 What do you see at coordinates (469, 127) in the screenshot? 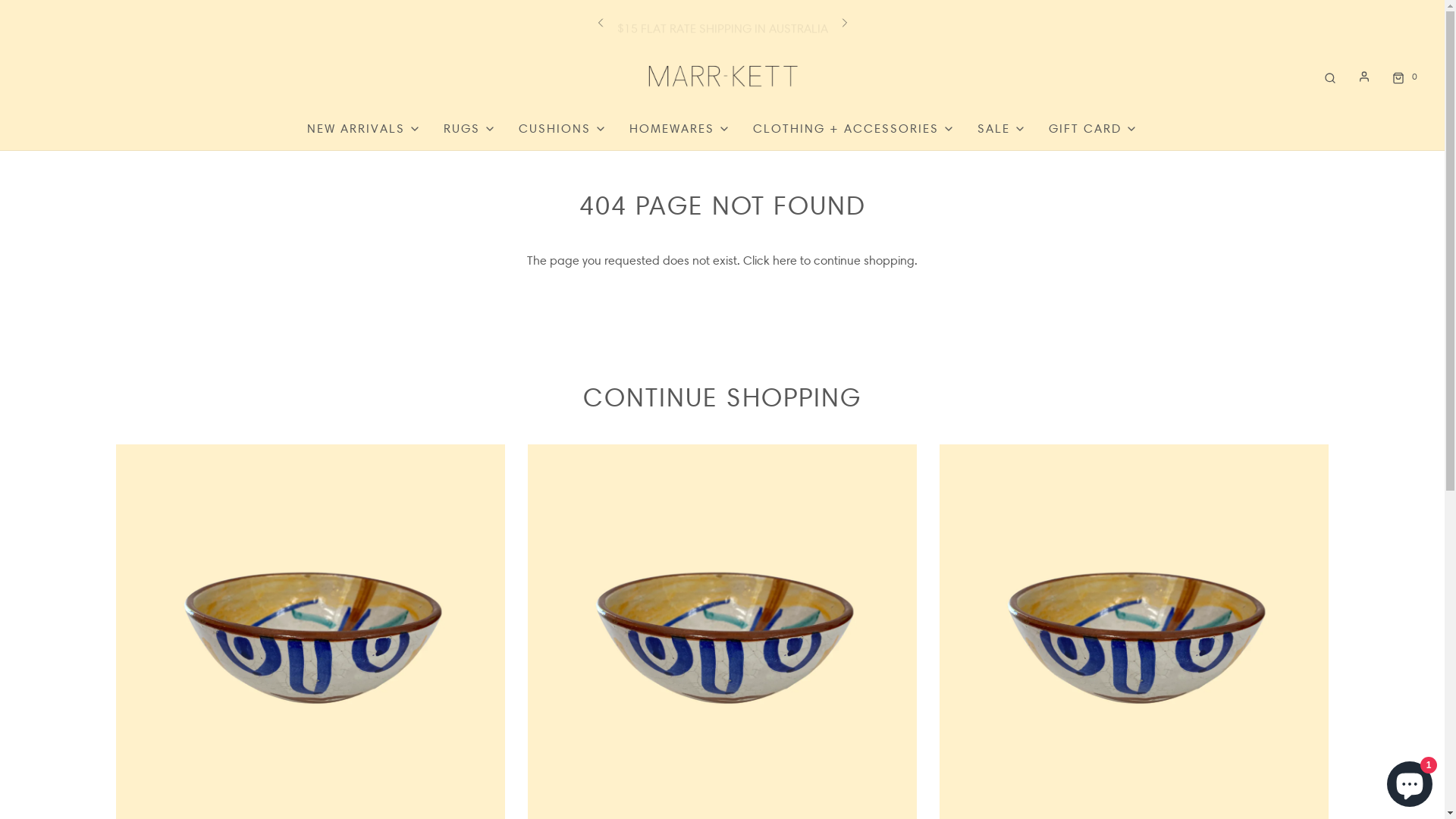
I see `'RUGS'` at bounding box center [469, 127].